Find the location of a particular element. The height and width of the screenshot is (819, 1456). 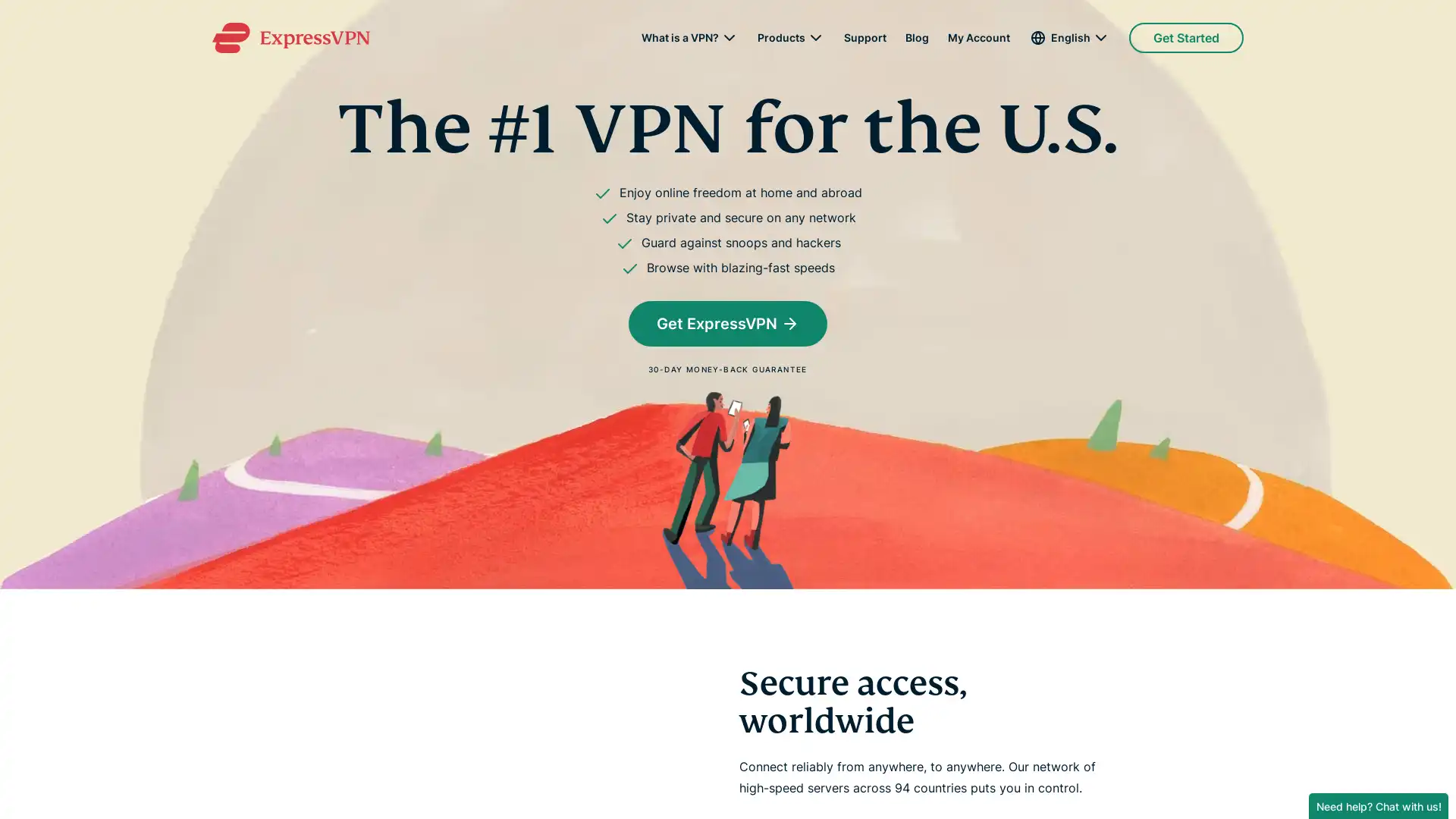

Language is located at coordinates (1068, 37).